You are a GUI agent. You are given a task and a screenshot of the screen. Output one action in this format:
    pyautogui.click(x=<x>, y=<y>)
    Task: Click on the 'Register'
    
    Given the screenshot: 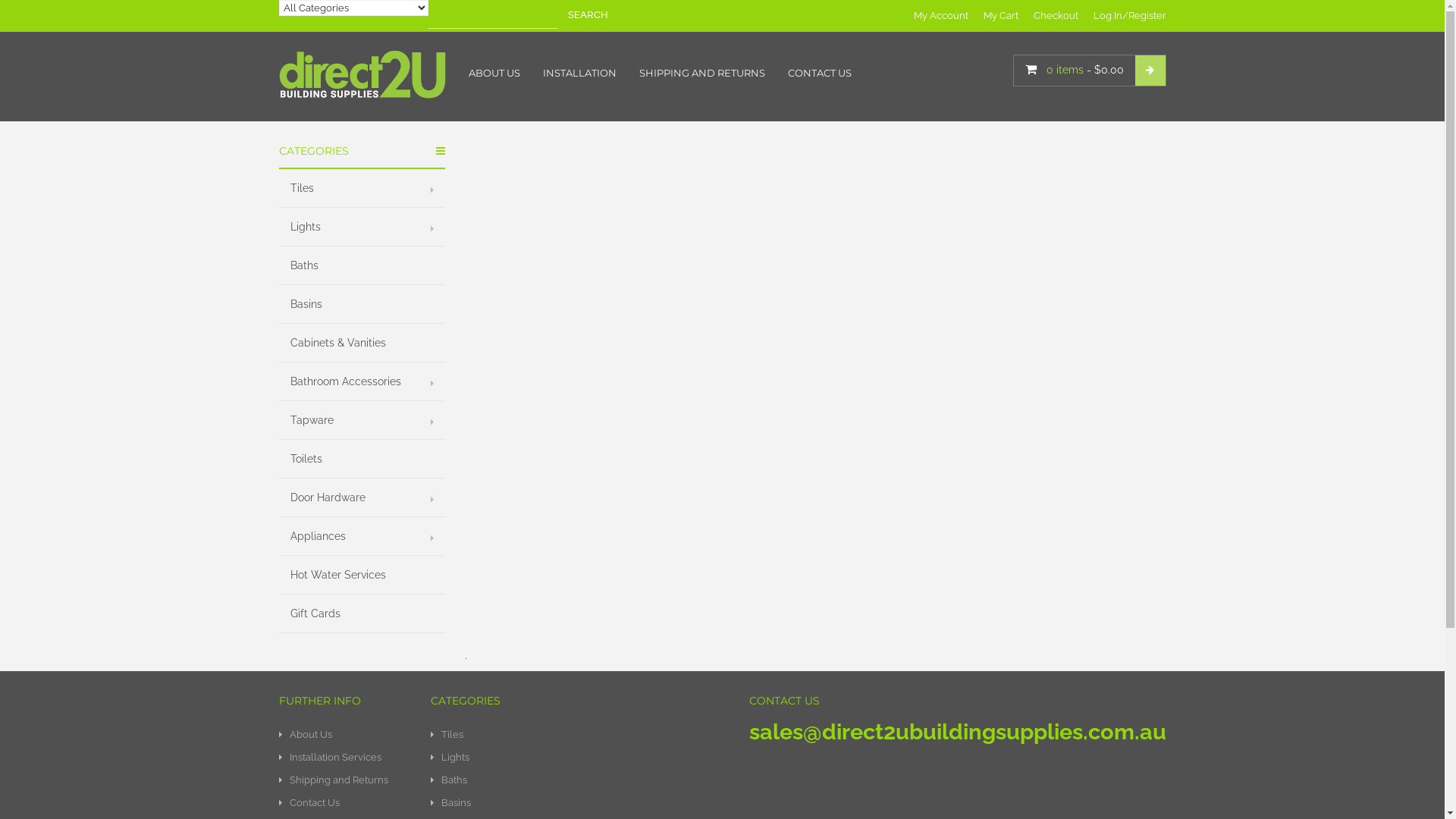 What is the action you would take?
    pyautogui.click(x=1147, y=15)
    